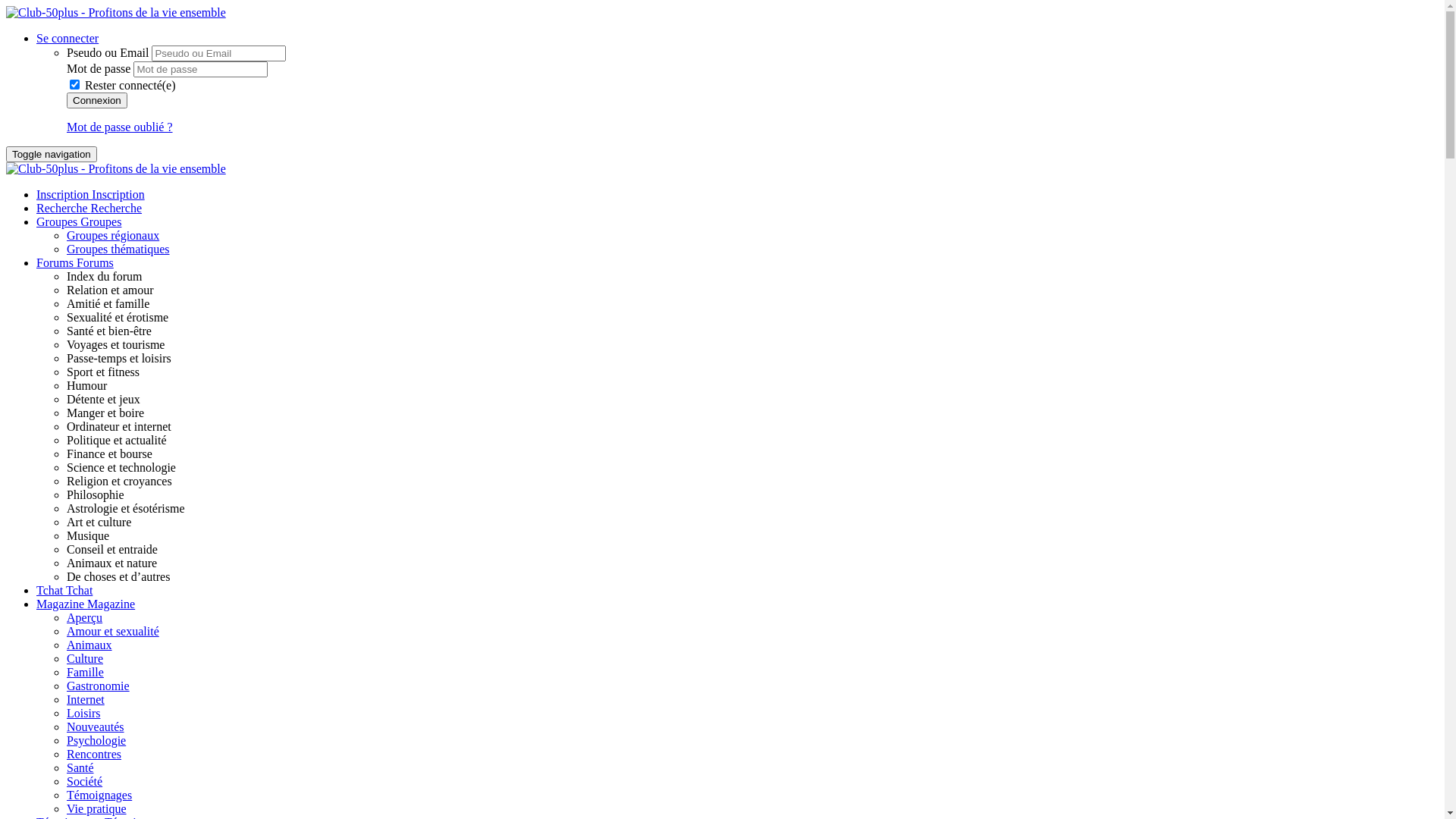 This screenshot has width=1456, height=819. What do you see at coordinates (95, 739) in the screenshot?
I see `'Psychologie'` at bounding box center [95, 739].